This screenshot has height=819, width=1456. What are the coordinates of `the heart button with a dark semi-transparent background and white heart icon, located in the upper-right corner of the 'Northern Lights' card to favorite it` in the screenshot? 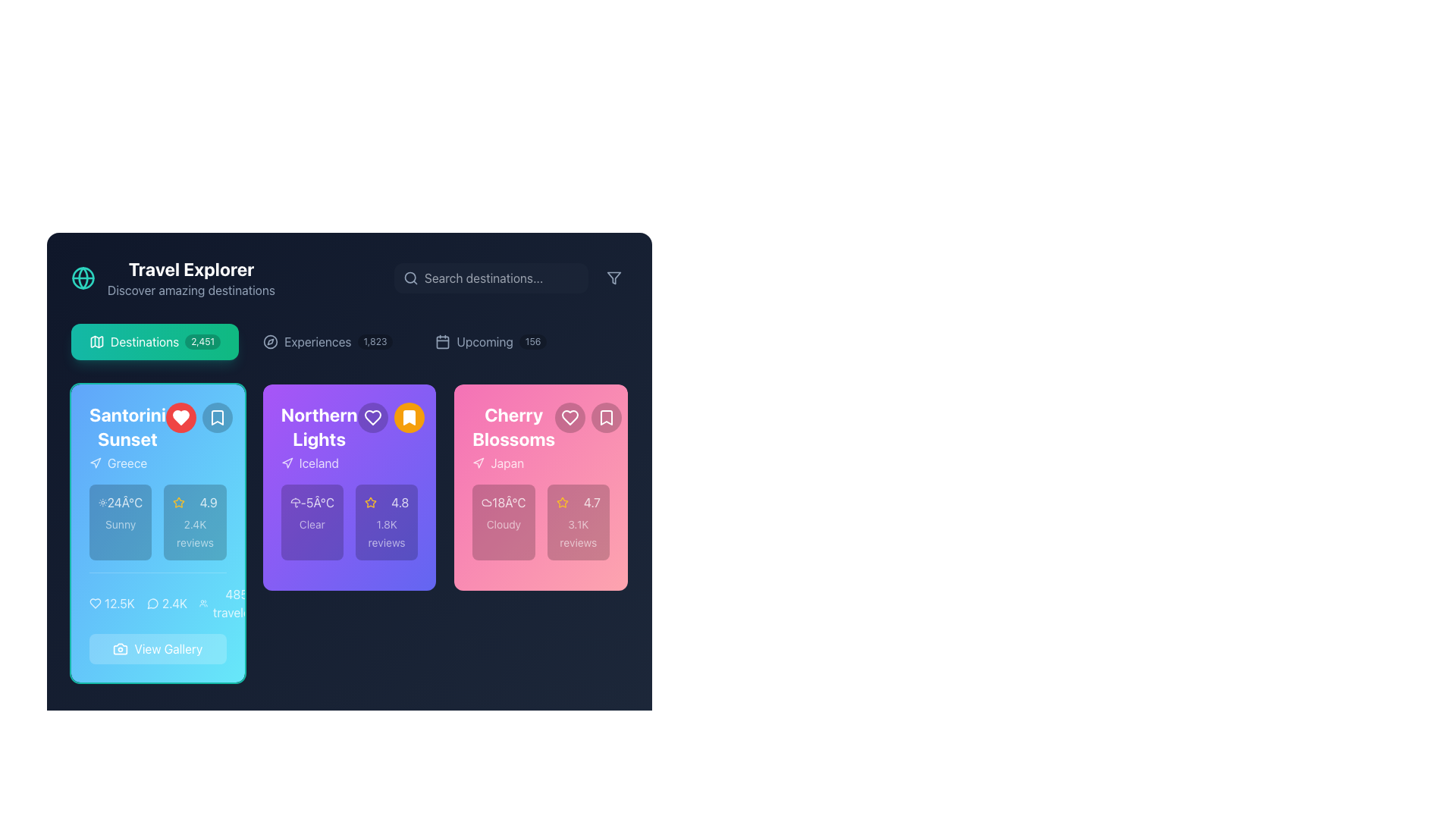 It's located at (391, 418).